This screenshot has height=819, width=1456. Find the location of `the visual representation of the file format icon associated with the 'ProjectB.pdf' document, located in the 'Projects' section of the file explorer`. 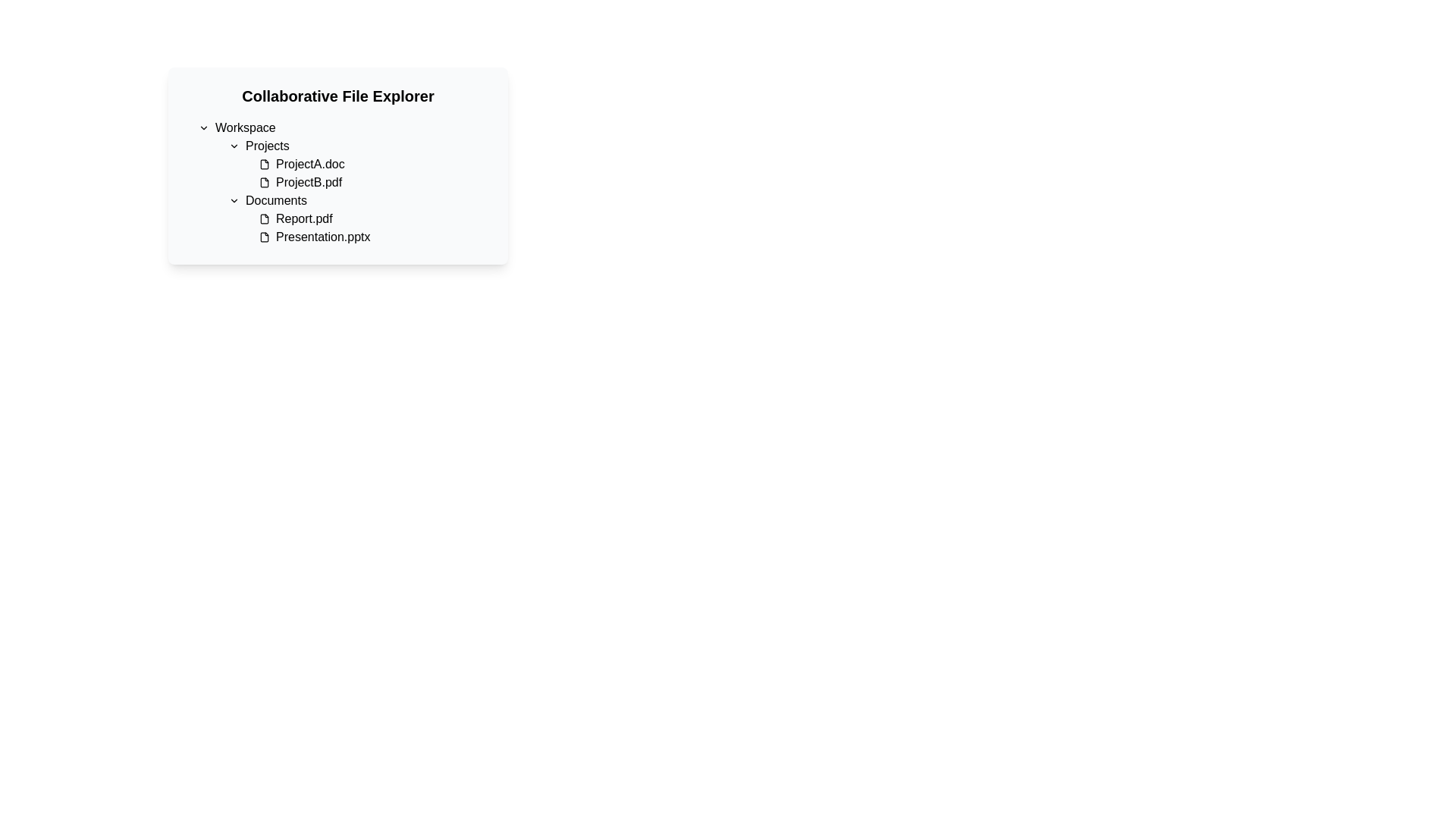

the visual representation of the file format icon associated with the 'ProjectB.pdf' document, located in the 'Projects' section of the file explorer is located at coordinates (265, 181).